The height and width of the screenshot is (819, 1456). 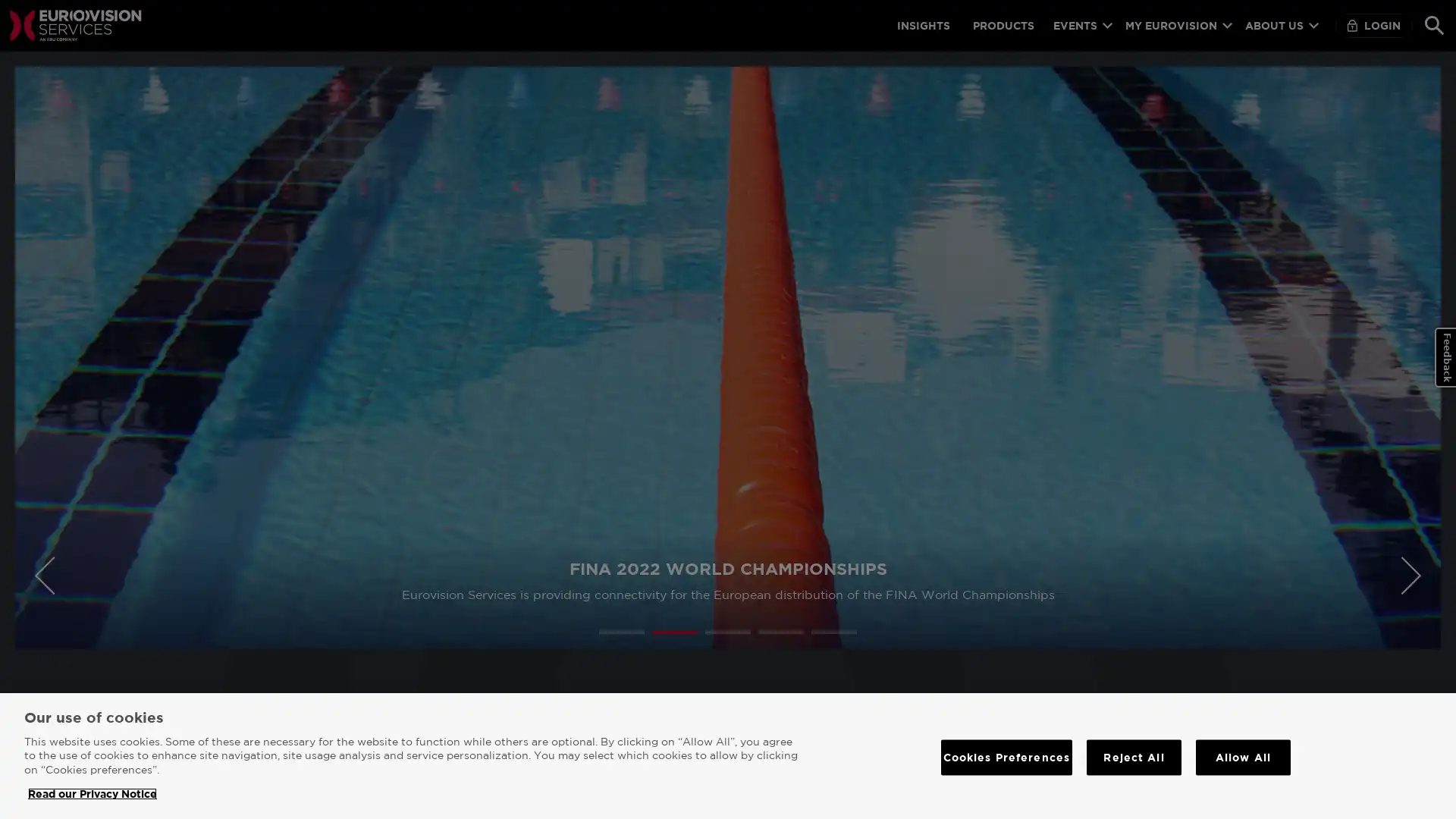 What do you see at coordinates (1433, 25) in the screenshot?
I see `Search` at bounding box center [1433, 25].